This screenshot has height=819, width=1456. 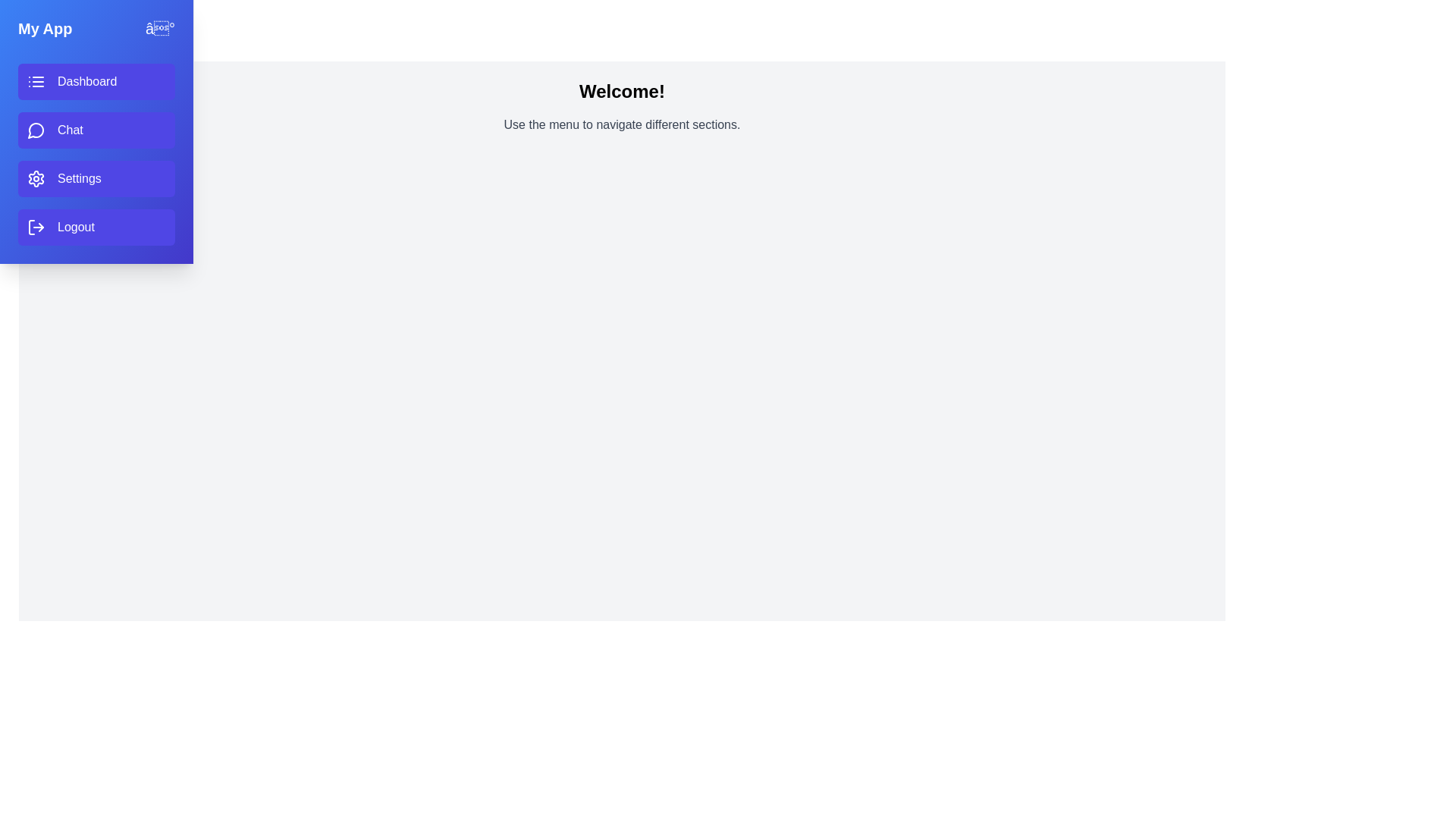 I want to click on the menu item labeled Settings to preview its action, so click(x=96, y=177).